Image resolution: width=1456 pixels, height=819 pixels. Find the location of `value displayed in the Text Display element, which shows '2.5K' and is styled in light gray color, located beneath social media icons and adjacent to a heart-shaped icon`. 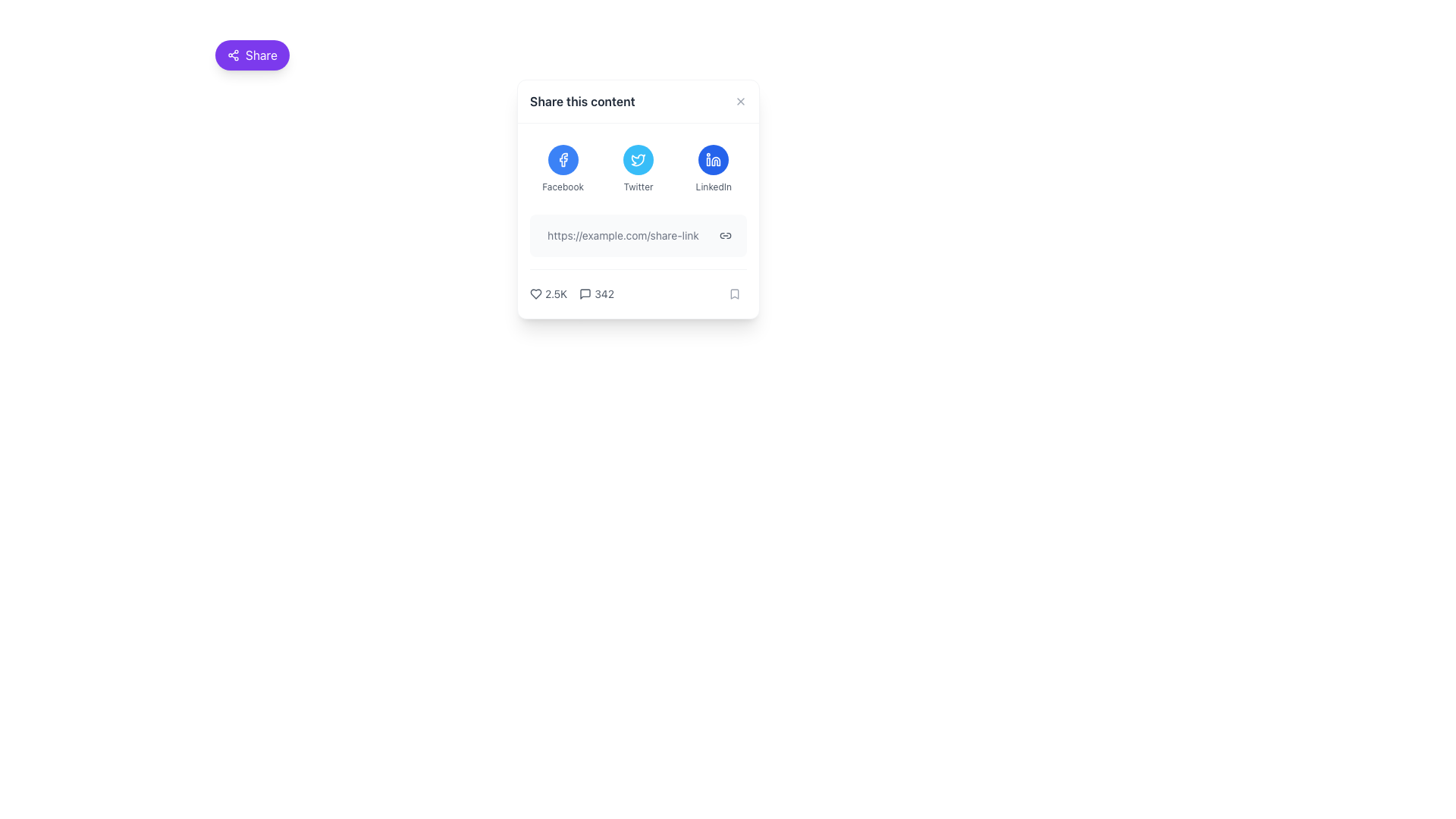

value displayed in the Text Display element, which shows '2.5K' and is styled in light gray color, located beneath social media icons and adjacent to a heart-shaped icon is located at coordinates (555, 294).